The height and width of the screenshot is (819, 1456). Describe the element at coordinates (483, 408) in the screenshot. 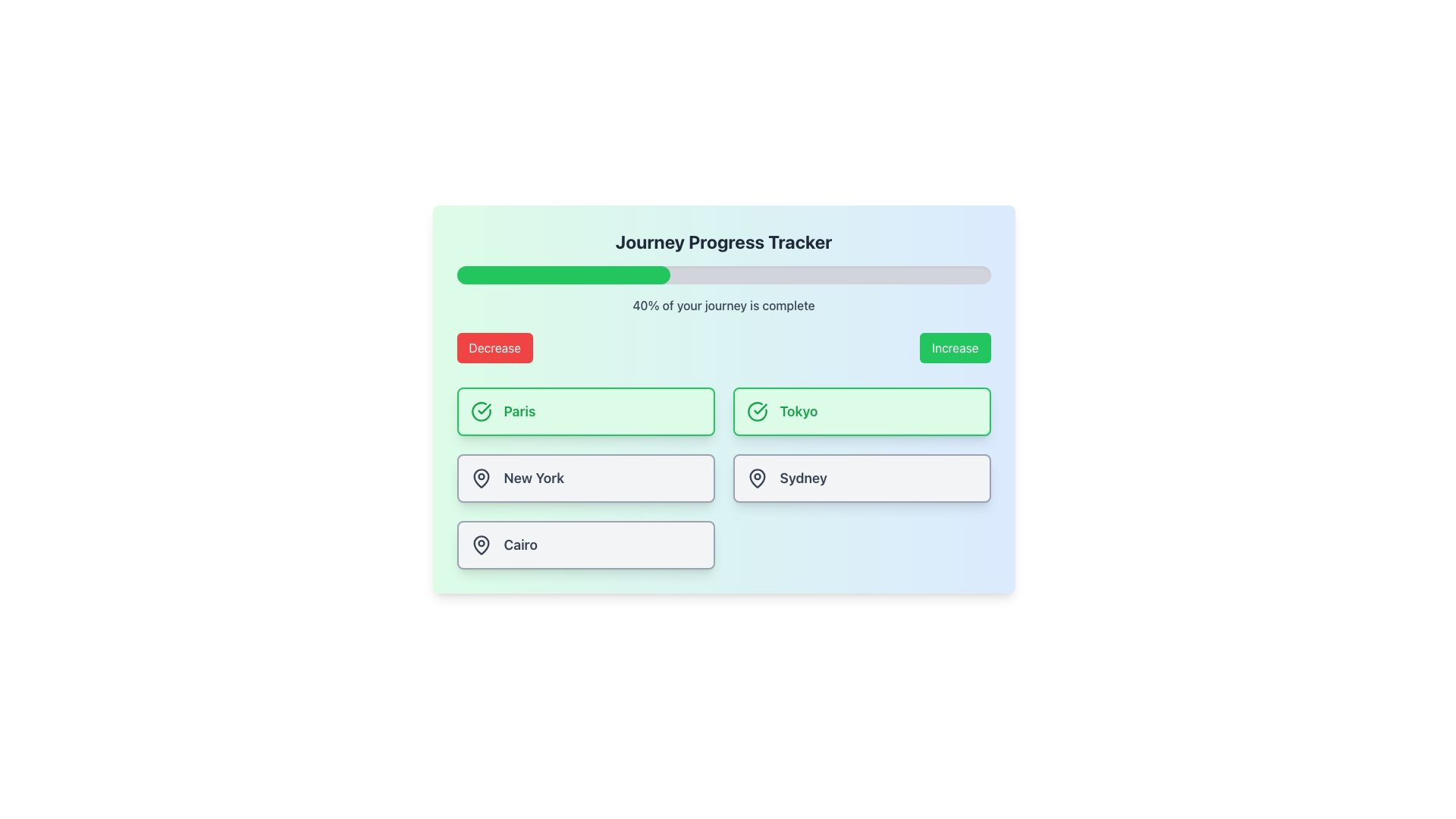

I see `the checkmark icon within the 'Tokyo' button, which indicates the selection or confirmation of the Tokyo option` at that location.